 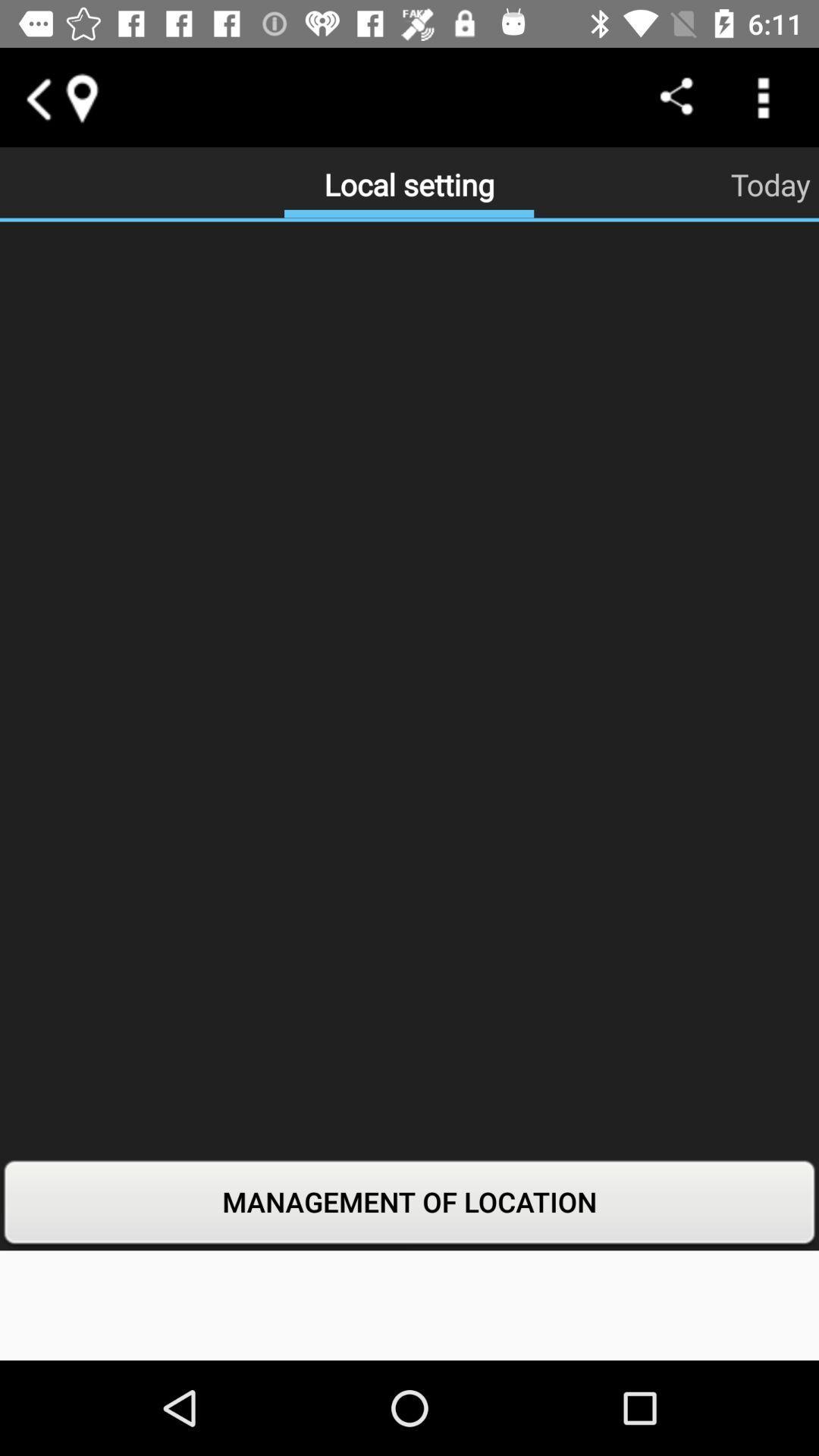 What do you see at coordinates (36, 96) in the screenshot?
I see `the arrow_backward icon` at bounding box center [36, 96].